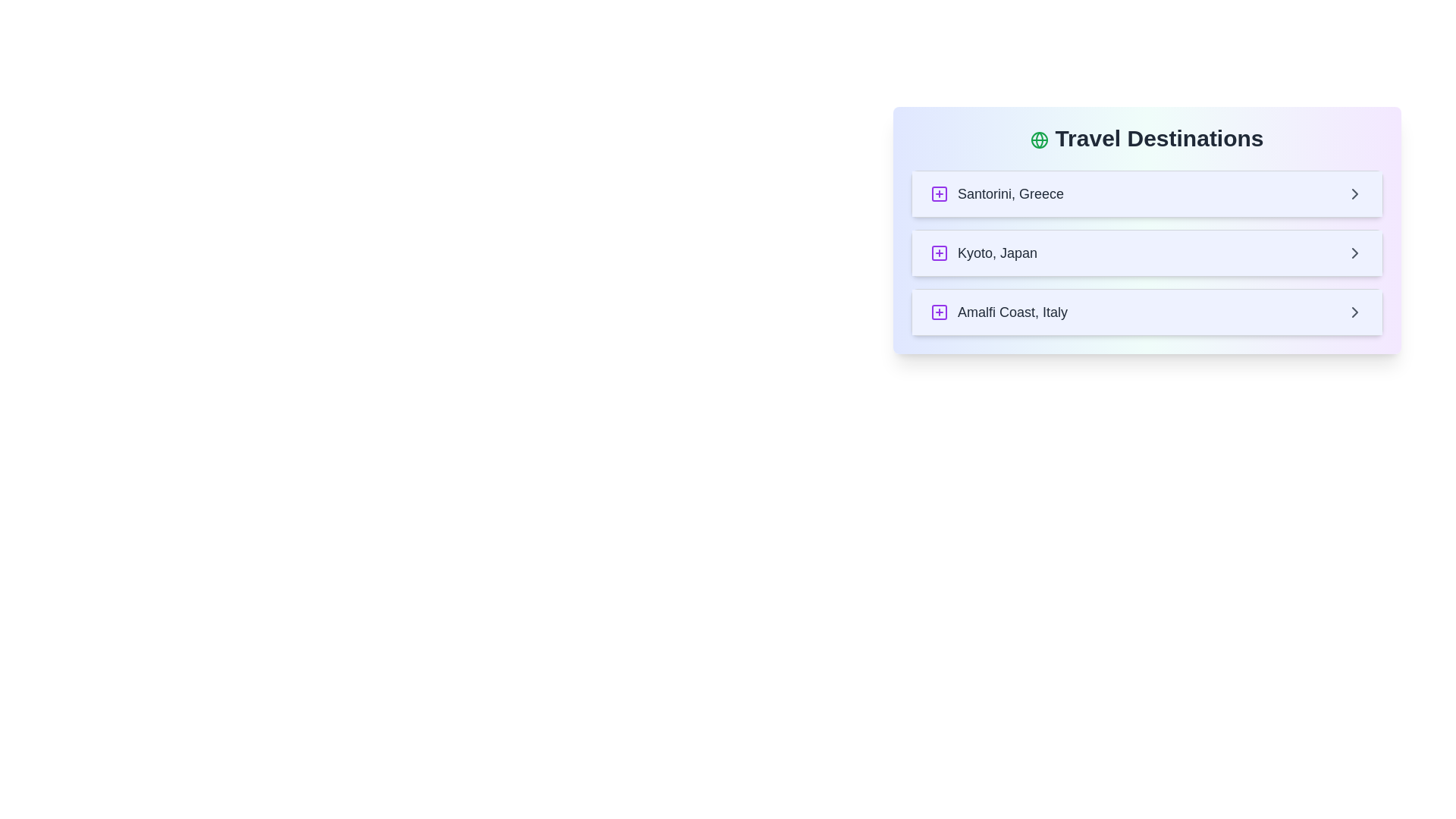  I want to click on the label that specifies the destination 'Santorini, Greece' in the travel-themed interface, which is the first item under the 'Travel Destinations' header, so click(997, 193).